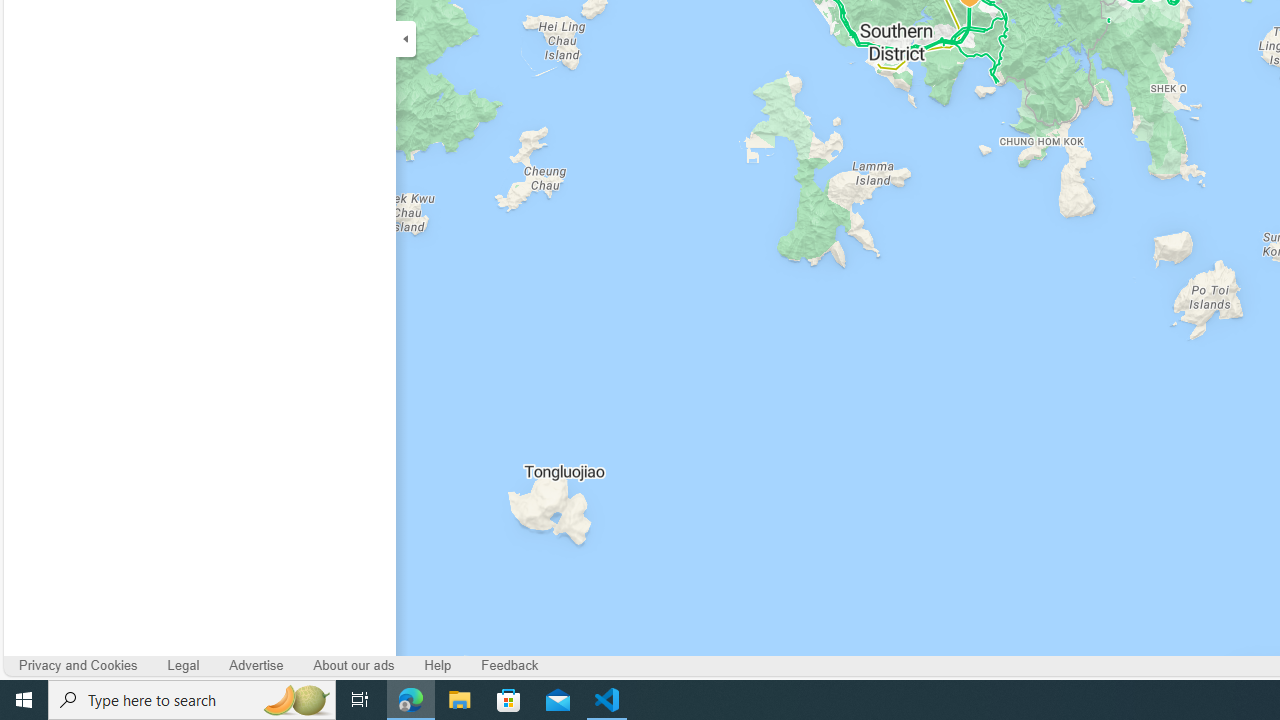 The image size is (1280, 720). Describe the element at coordinates (437, 666) in the screenshot. I see `'Help'` at that location.